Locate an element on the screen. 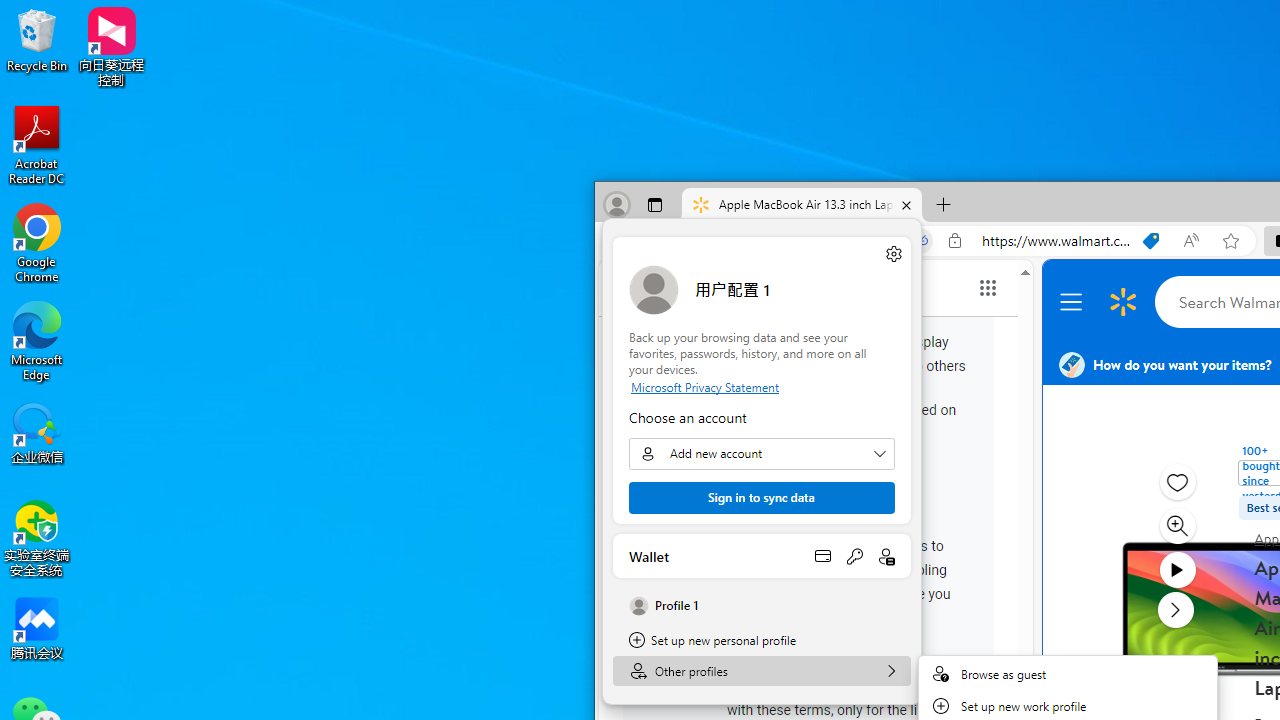 Image resolution: width=1280 pixels, height=720 pixels. 'Browse as guest' is located at coordinates (1067, 673).